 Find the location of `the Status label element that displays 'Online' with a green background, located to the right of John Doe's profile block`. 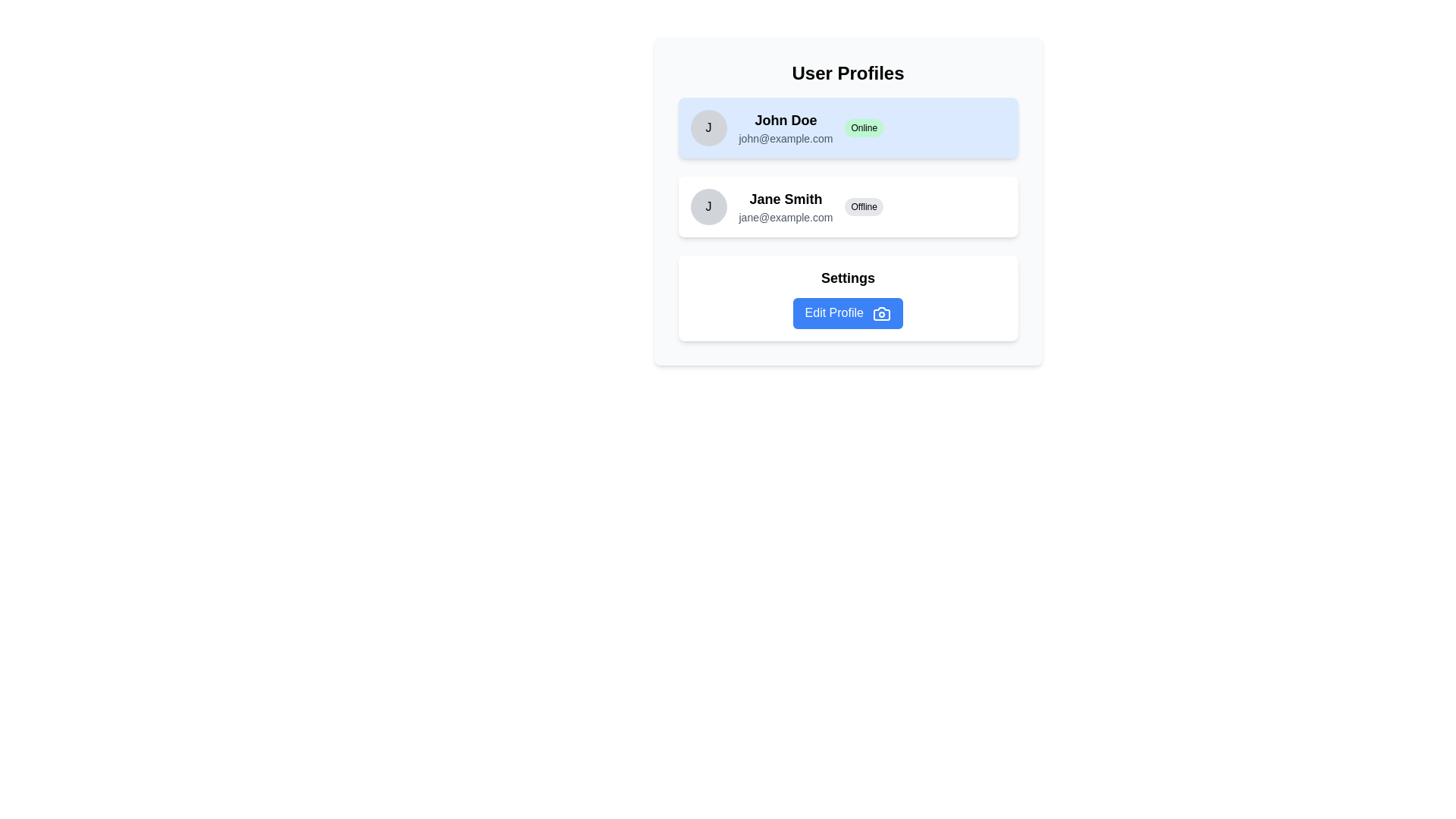

the Status label element that displays 'Online' with a green background, located to the right of John Doe's profile block is located at coordinates (847, 127).